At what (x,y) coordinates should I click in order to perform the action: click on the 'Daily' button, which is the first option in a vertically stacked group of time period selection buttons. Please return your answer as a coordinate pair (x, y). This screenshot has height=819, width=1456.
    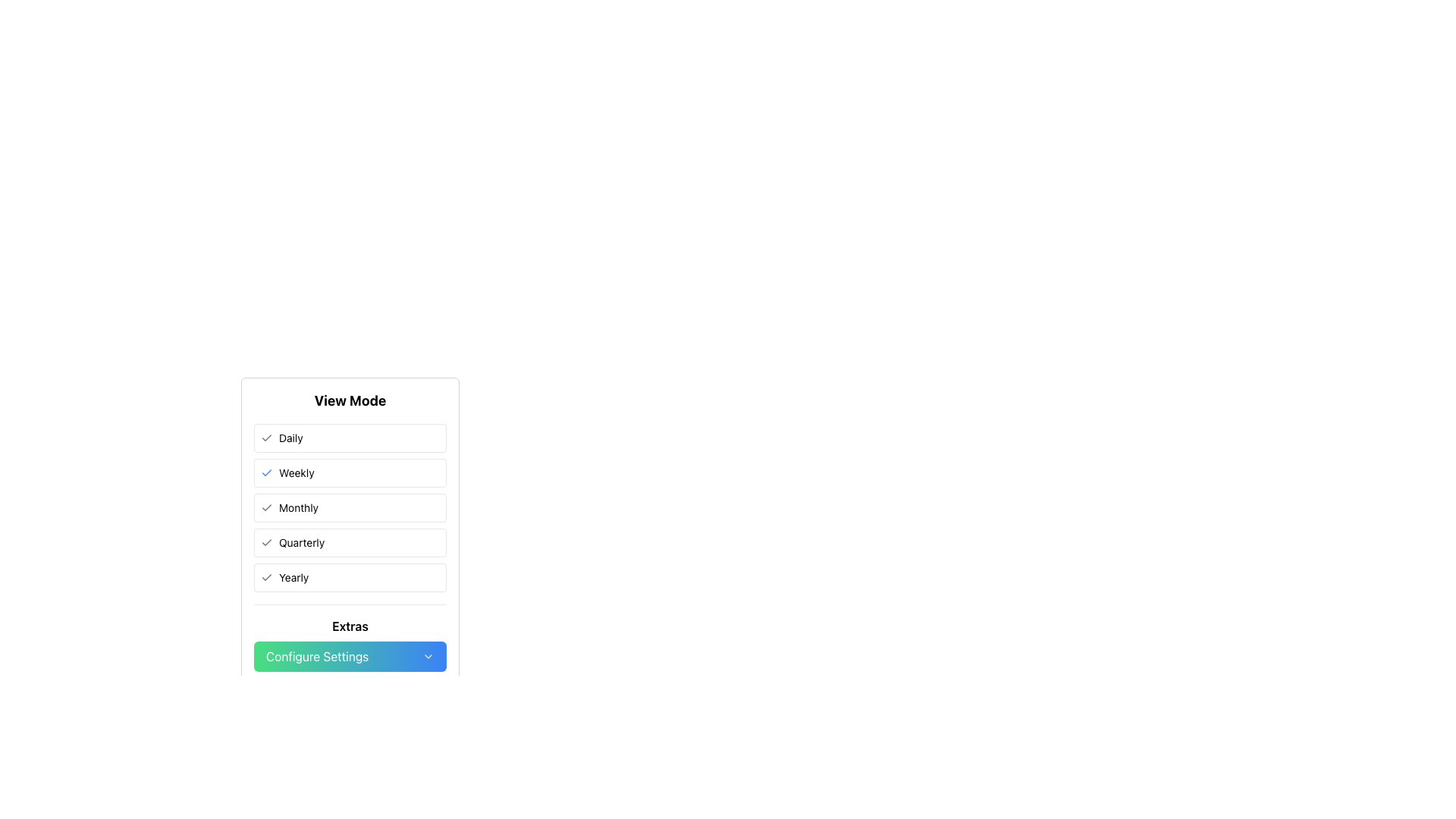
    Looking at the image, I should click on (349, 438).